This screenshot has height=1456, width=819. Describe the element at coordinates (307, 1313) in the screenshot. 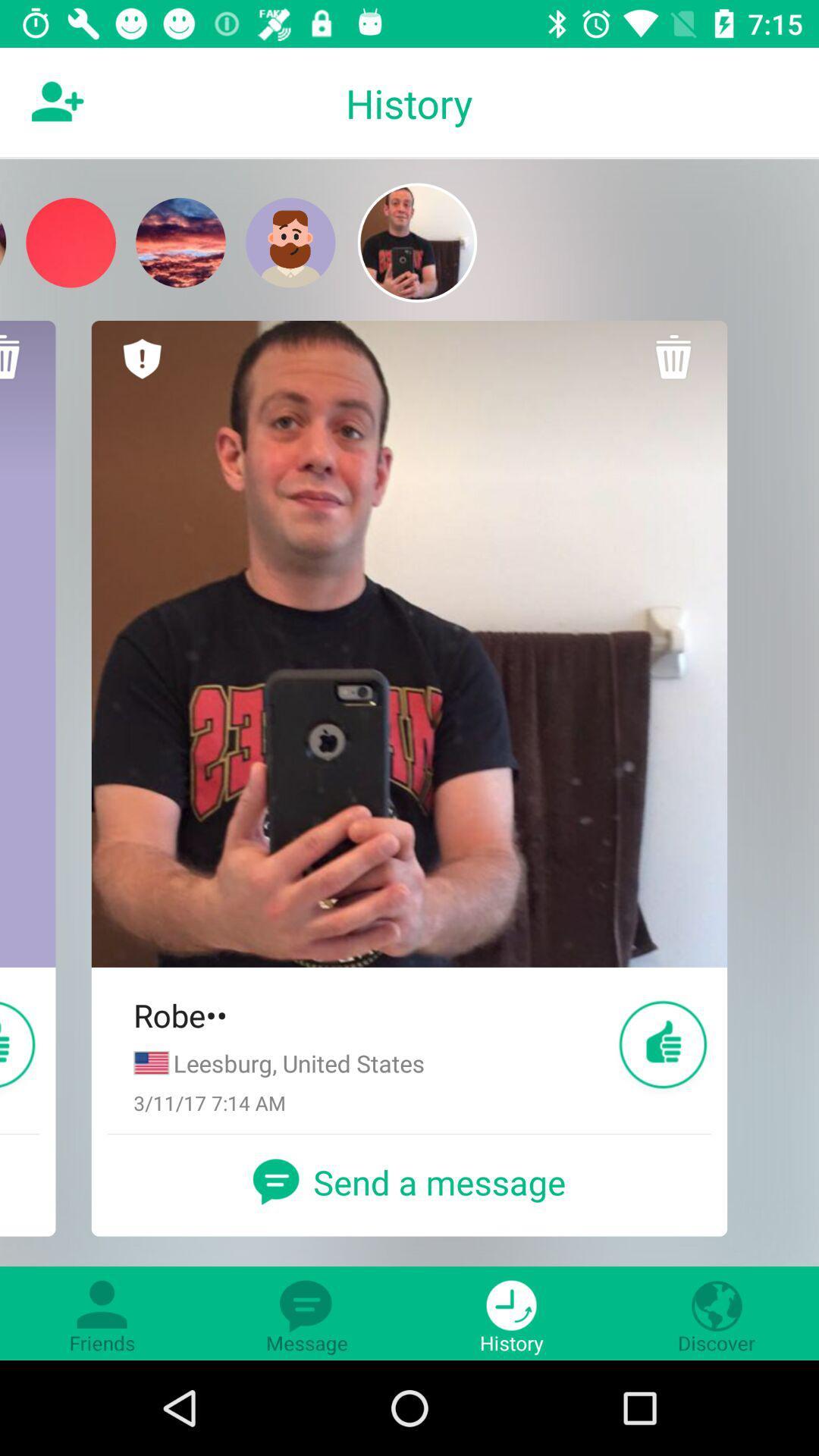

I see `second option at bottom` at that location.